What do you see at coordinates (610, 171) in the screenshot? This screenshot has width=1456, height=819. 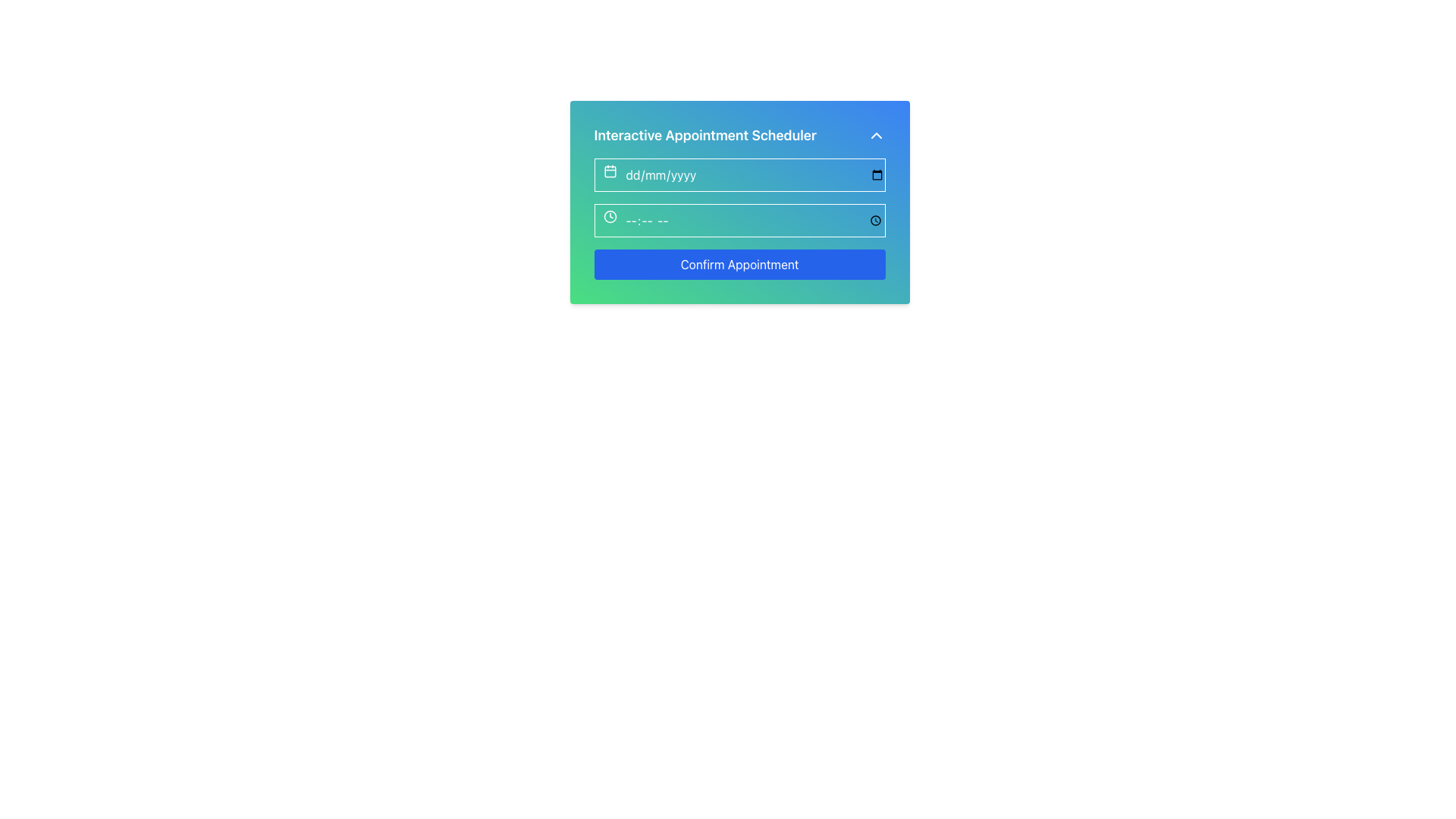 I see `the calendar icon element, which is a minimalistic white square with a header bar and vertical lines, located slightly above the centerline of the 'dd/mm/yyyy' date input field` at bounding box center [610, 171].